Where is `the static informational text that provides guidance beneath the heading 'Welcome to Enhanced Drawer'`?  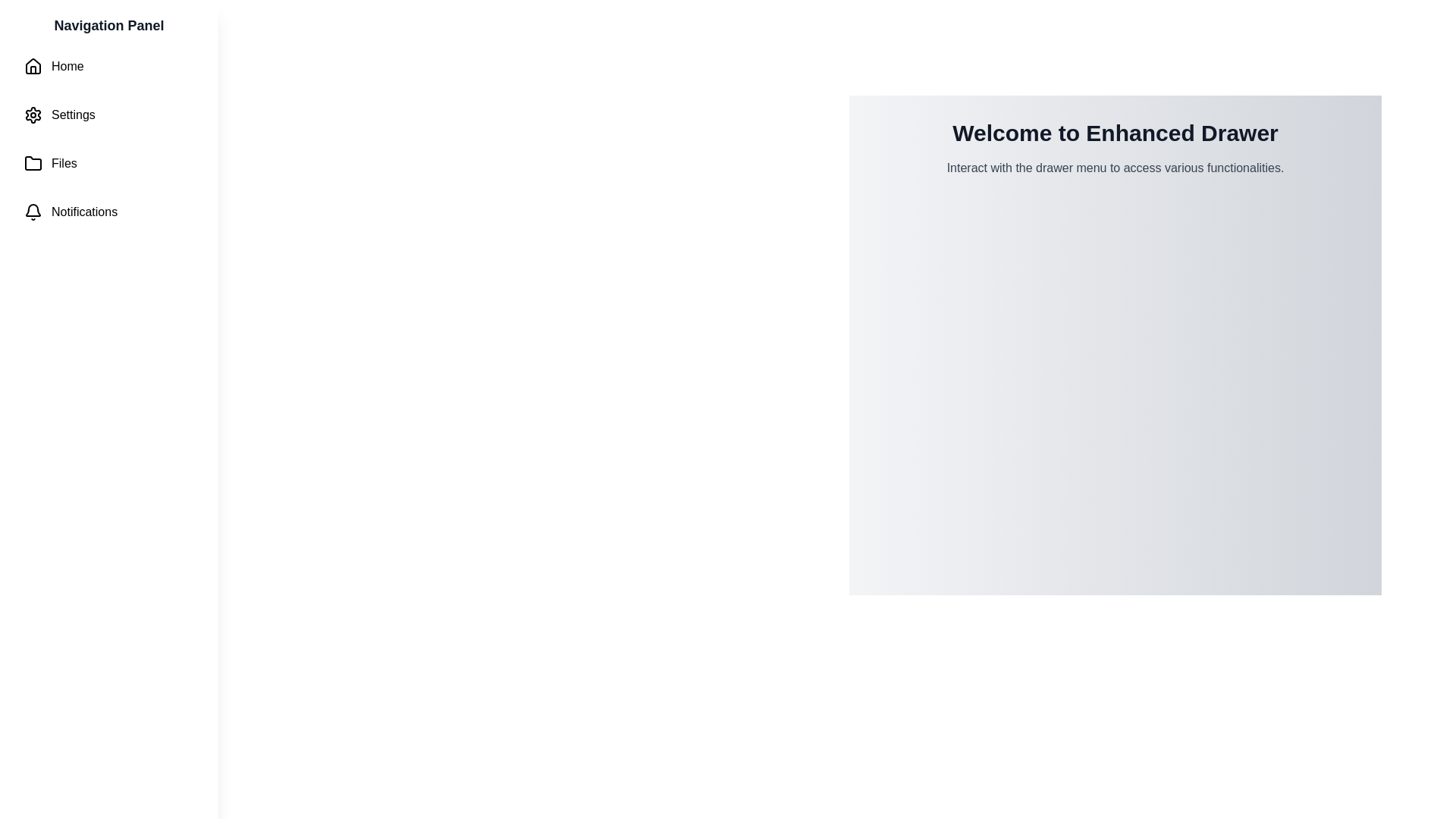 the static informational text that provides guidance beneath the heading 'Welcome to Enhanced Drawer' is located at coordinates (1115, 168).